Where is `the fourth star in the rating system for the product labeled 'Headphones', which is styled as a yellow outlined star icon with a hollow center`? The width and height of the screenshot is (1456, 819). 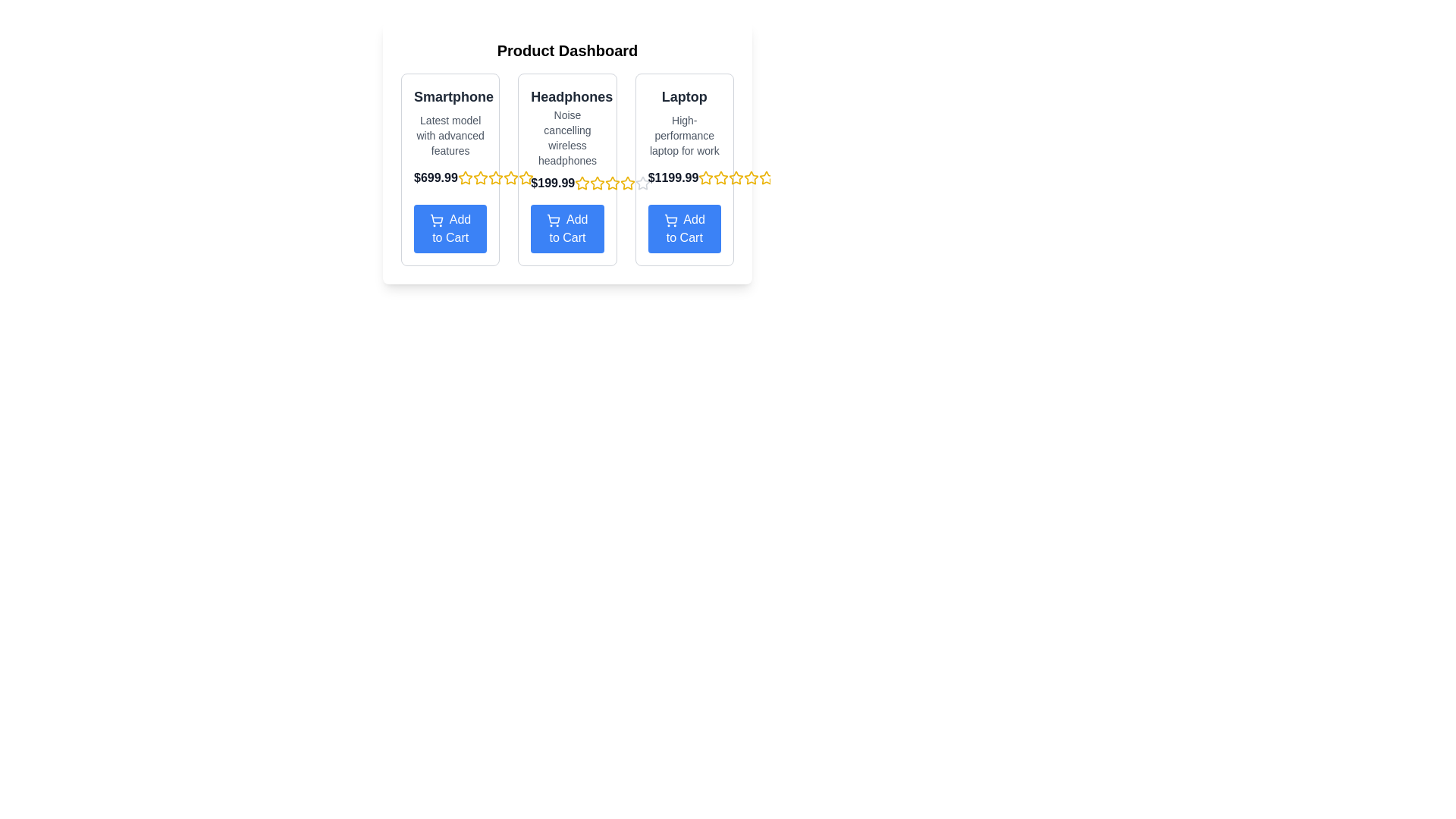
the fourth star in the rating system for the product labeled 'Headphones', which is styled as a yellow outlined star icon with a hollow center is located at coordinates (613, 182).